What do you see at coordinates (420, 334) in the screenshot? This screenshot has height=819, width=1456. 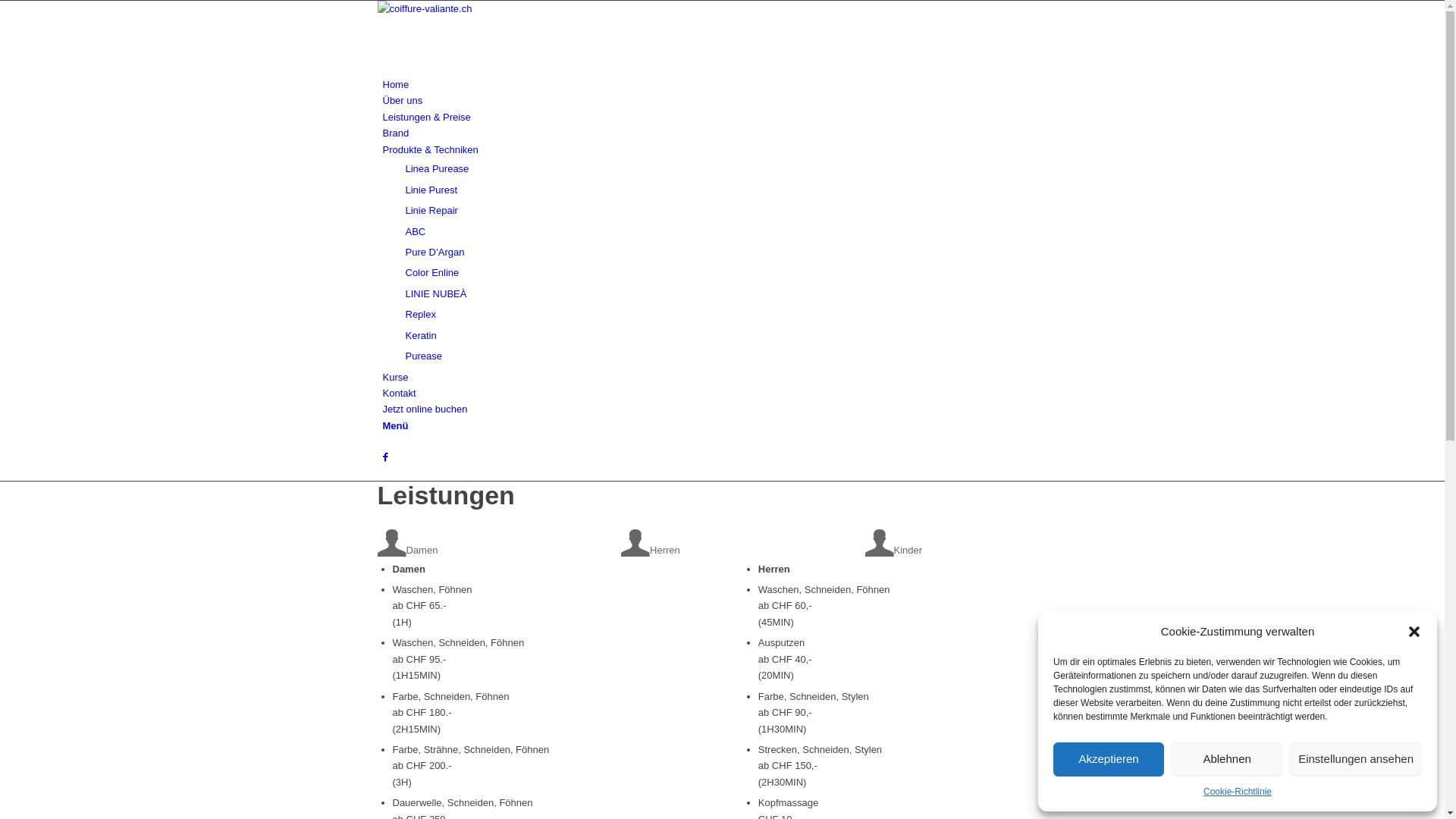 I see `'Keratin'` at bounding box center [420, 334].